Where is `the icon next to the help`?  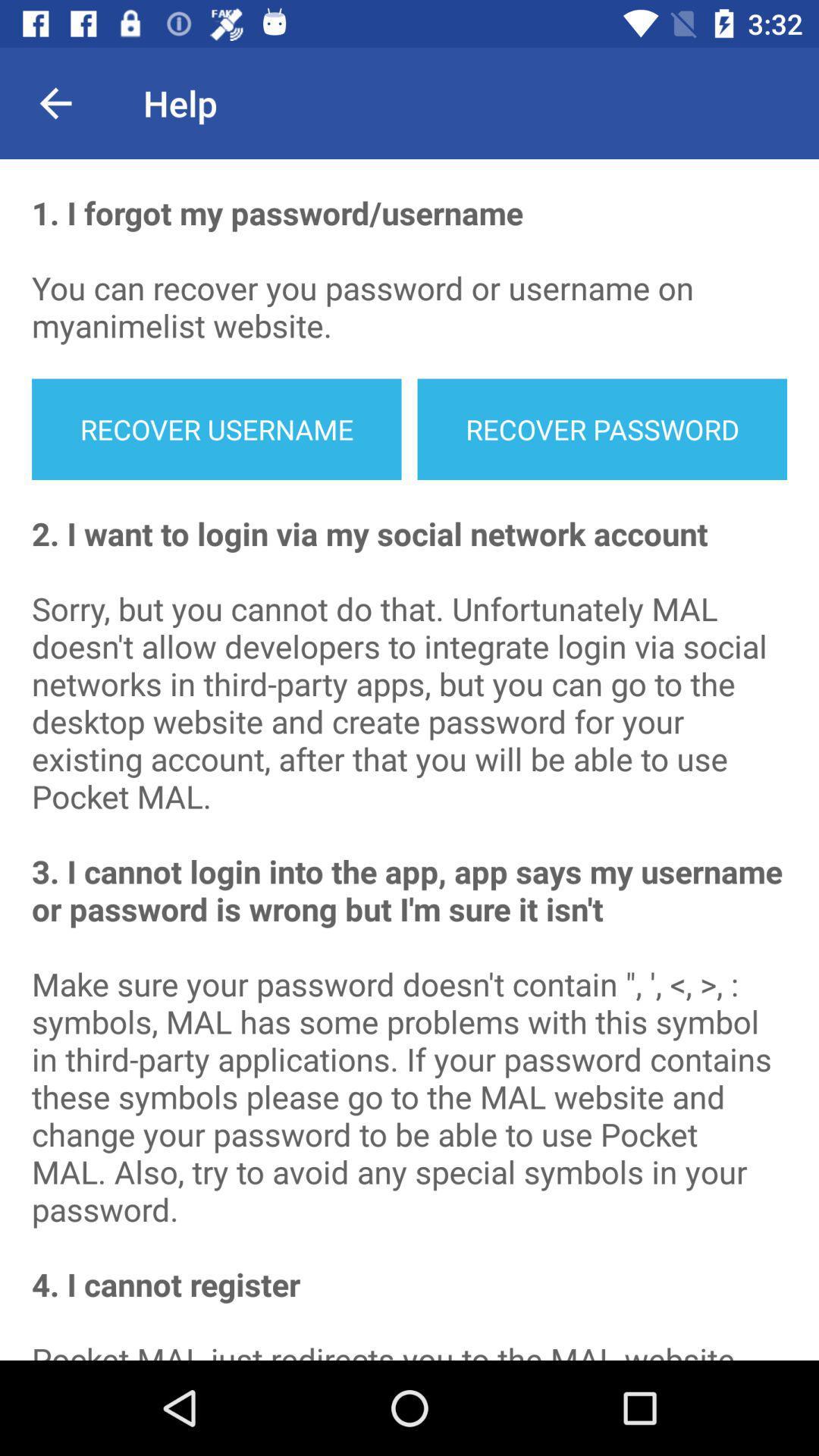
the icon next to the help is located at coordinates (55, 102).